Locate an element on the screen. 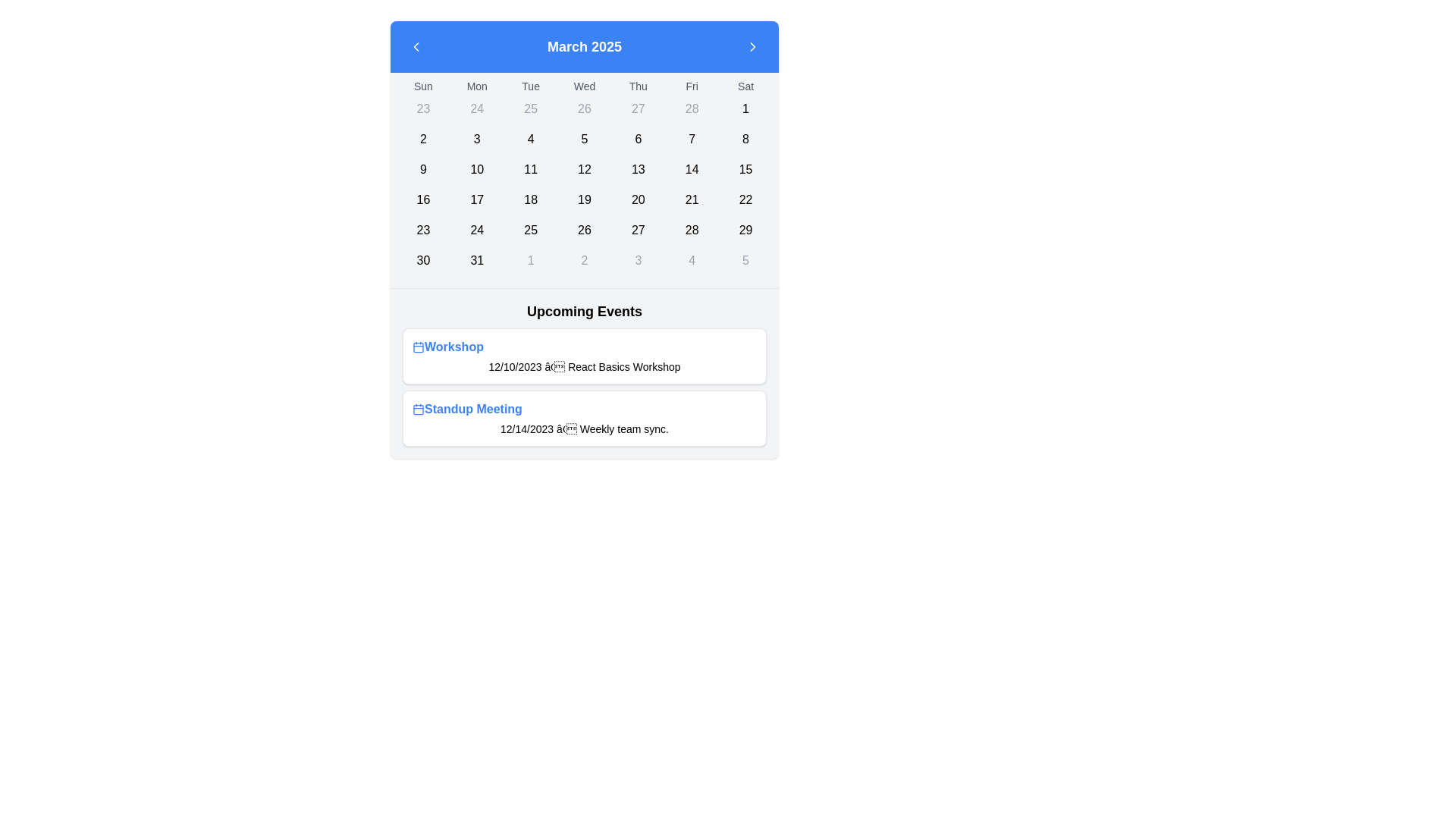  the styling changes of the static text element representing the date '3' in the calendar interface, located in the bottom row under 'Thu' is located at coordinates (638, 259).